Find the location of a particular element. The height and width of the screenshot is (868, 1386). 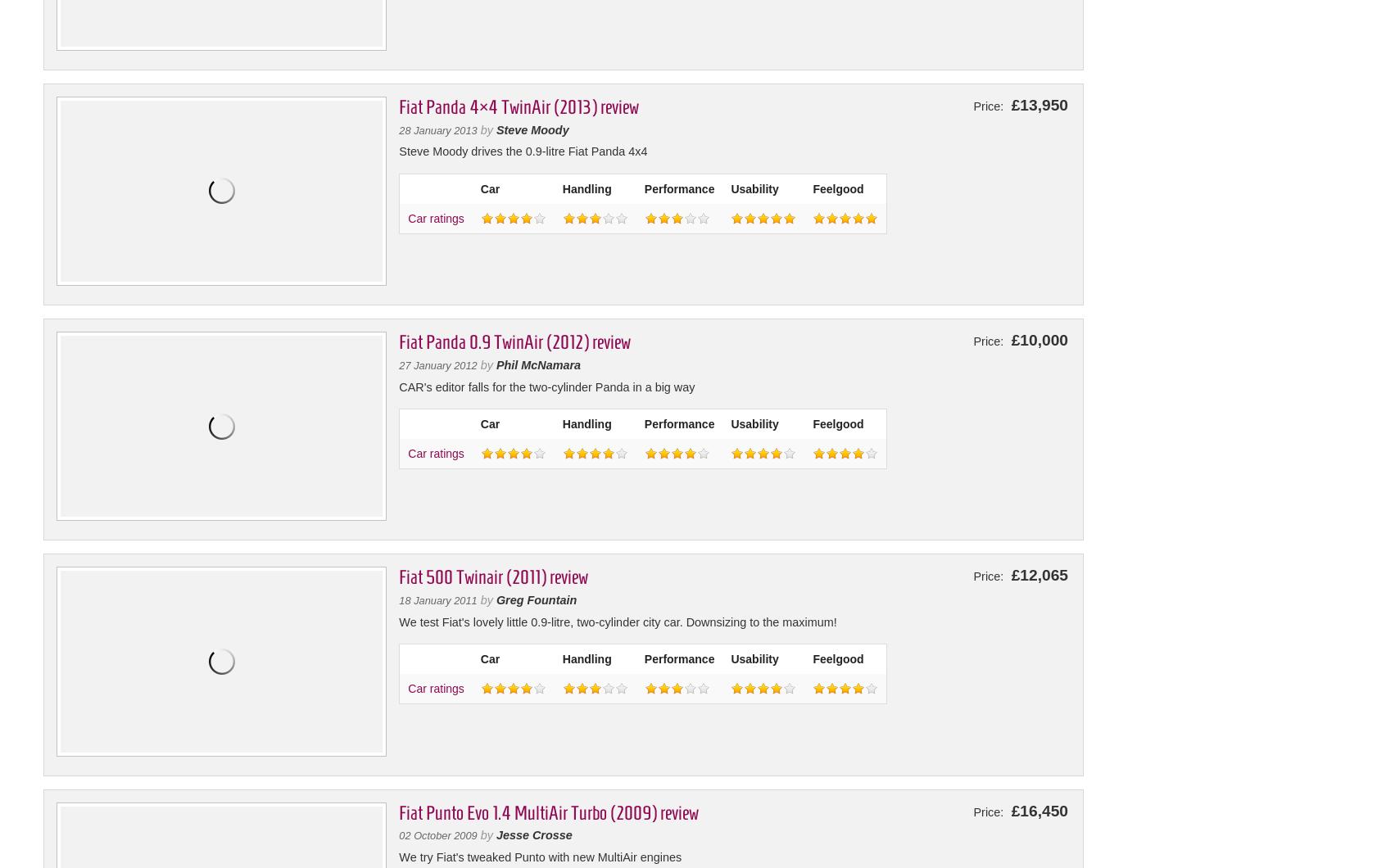

'Fiat Panda 4×4 TwinAir (2013) review' is located at coordinates (518, 106).